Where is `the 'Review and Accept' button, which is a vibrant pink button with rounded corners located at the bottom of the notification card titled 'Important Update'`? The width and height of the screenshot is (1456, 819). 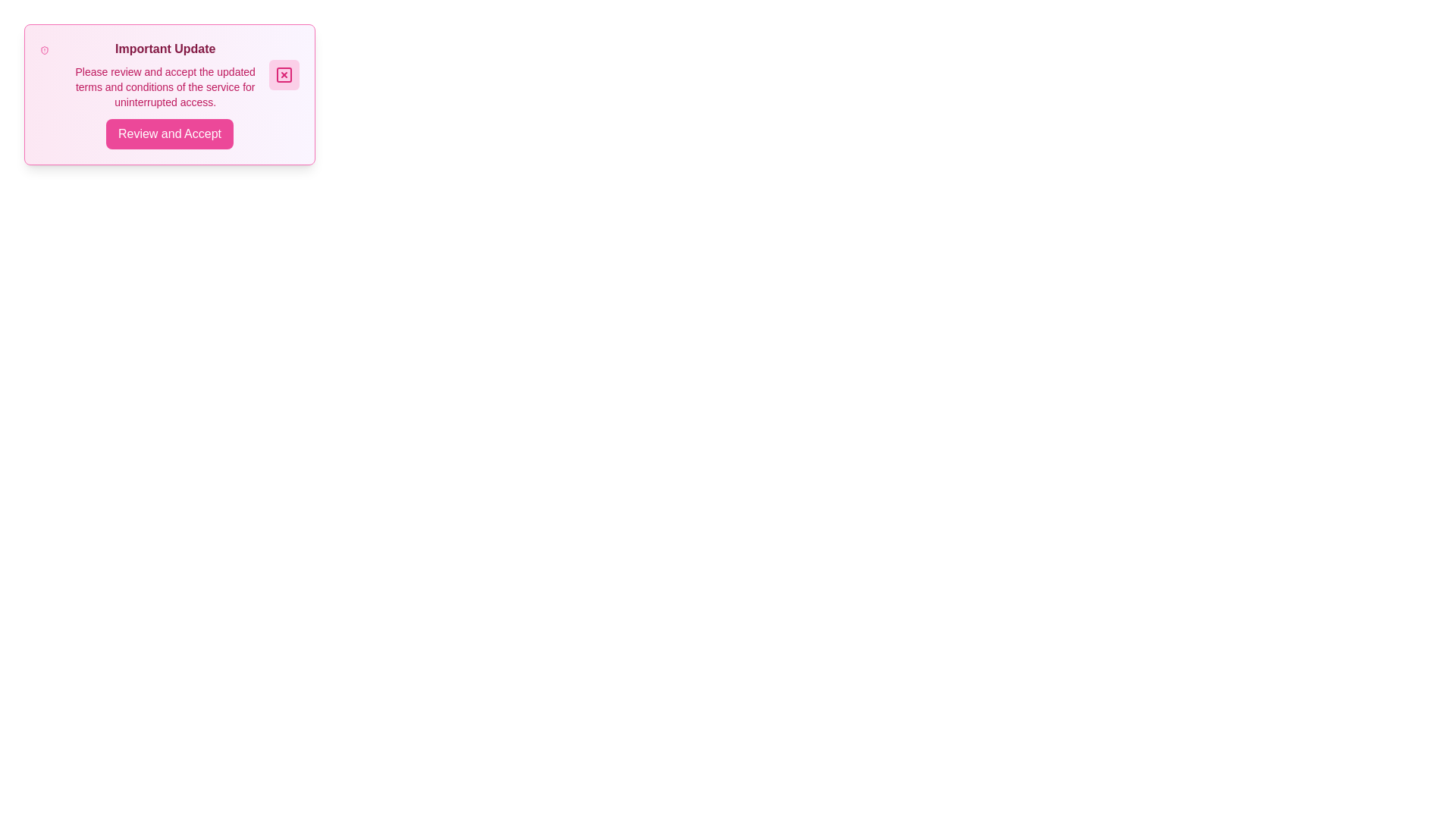
the 'Review and Accept' button, which is a vibrant pink button with rounded corners located at the bottom of the notification card titled 'Important Update' is located at coordinates (170, 133).